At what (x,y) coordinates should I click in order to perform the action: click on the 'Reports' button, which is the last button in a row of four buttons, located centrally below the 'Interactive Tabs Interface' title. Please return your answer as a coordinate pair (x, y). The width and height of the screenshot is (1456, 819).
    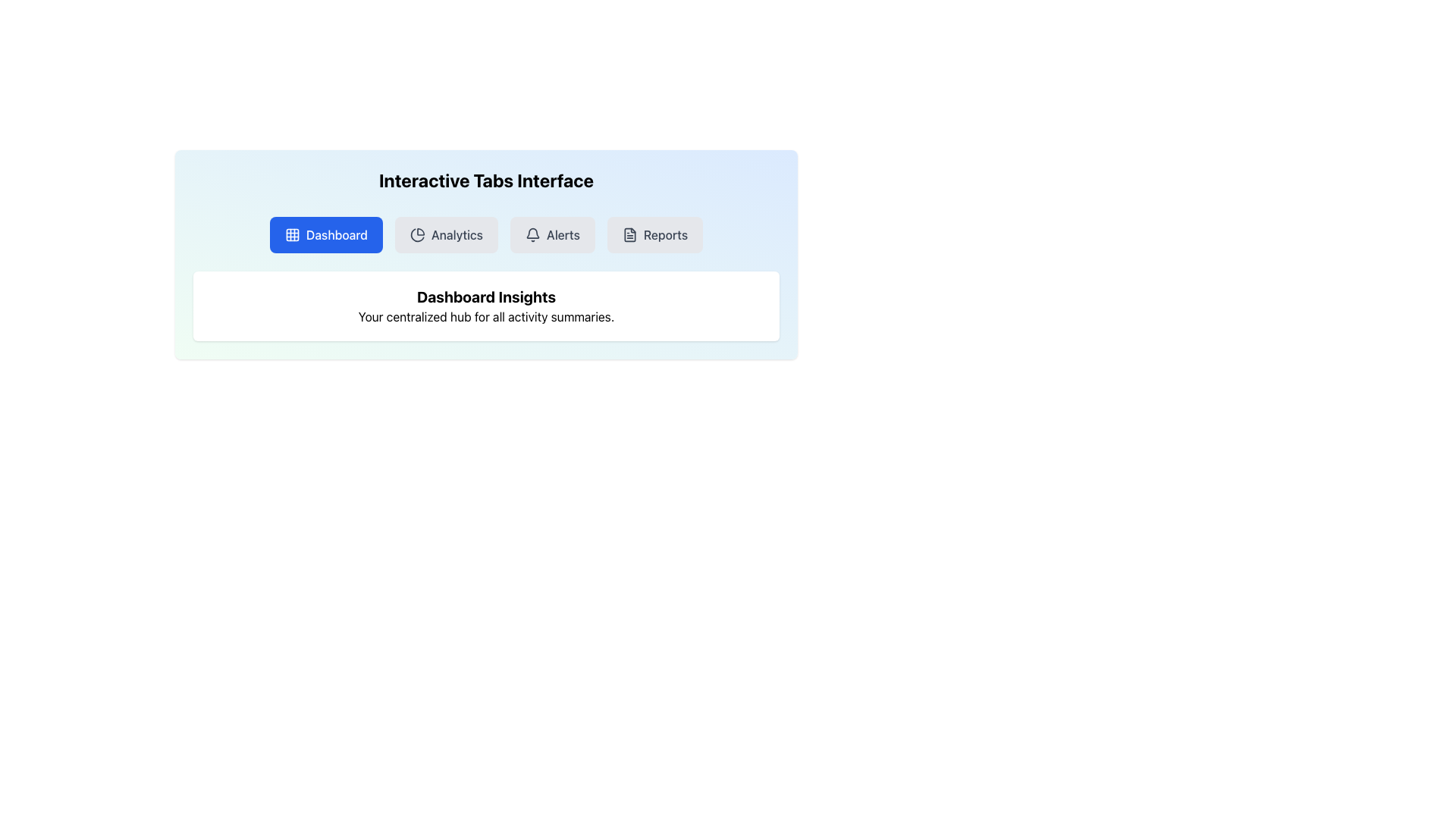
    Looking at the image, I should click on (655, 234).